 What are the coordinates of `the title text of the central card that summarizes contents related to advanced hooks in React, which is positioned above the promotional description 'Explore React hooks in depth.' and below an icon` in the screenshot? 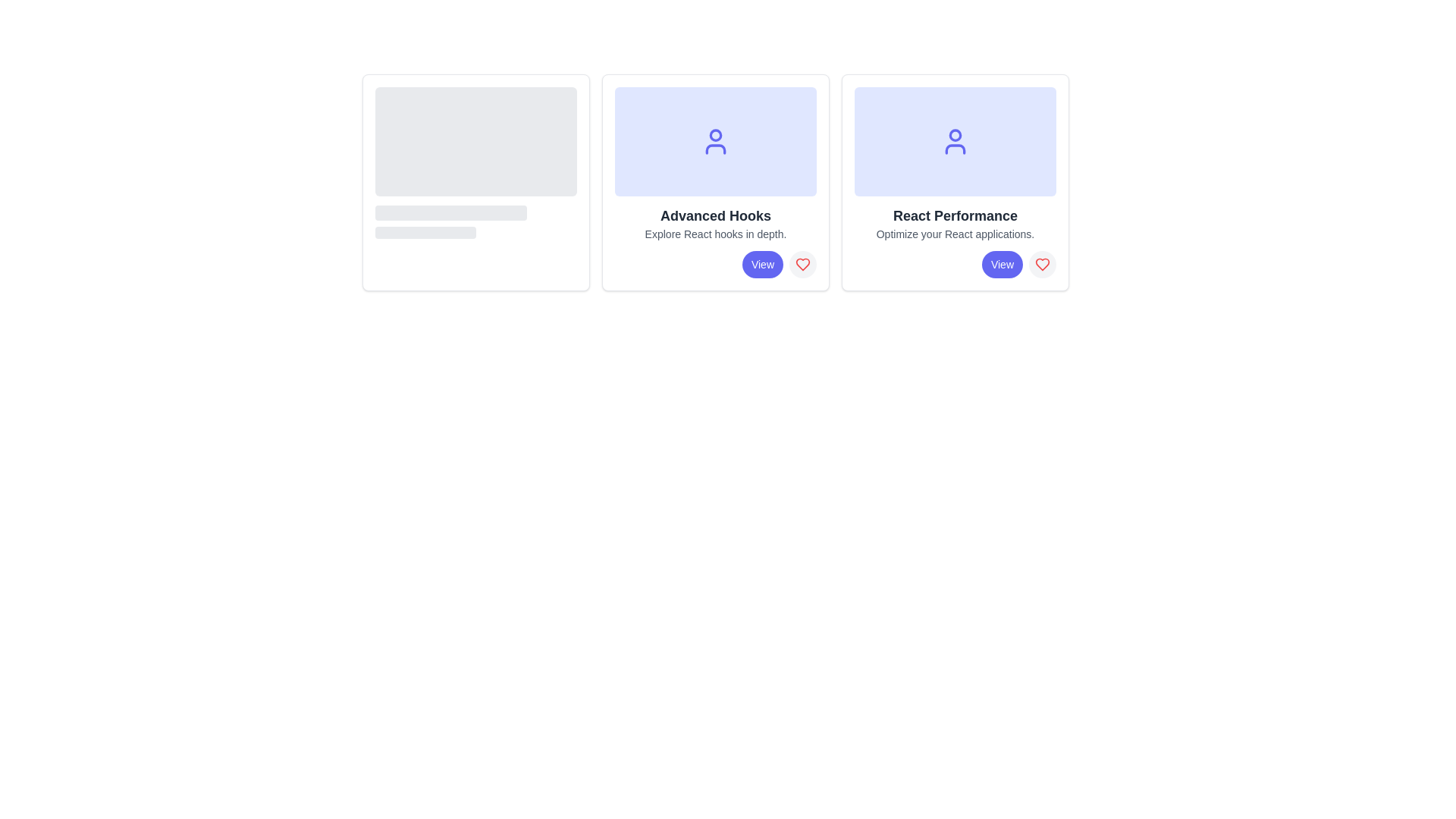 It's located at (715, 216).